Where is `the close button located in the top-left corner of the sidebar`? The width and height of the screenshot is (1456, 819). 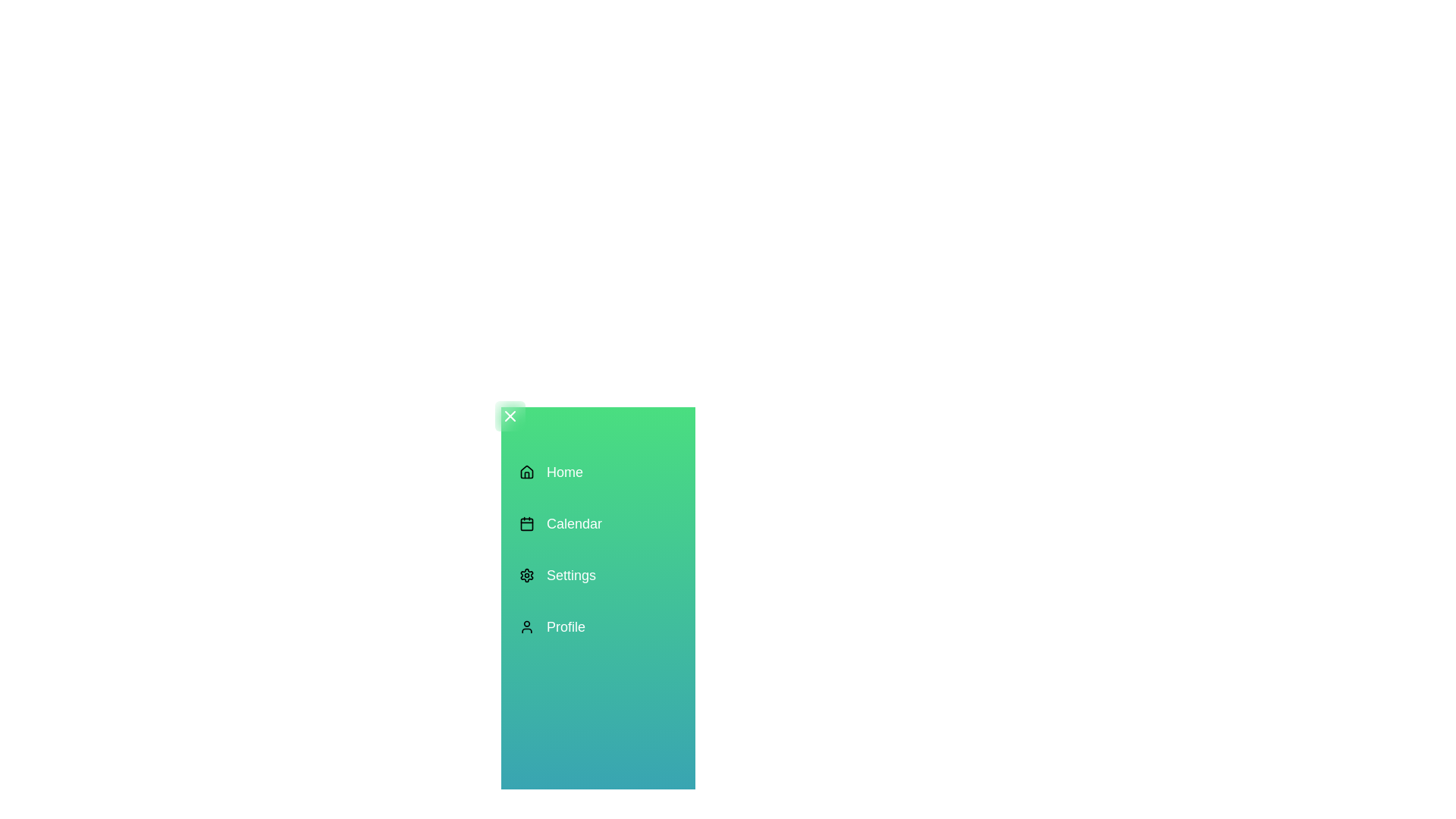
the close button located in the top-left corner of the sidebar is located at coordinates (510, 416).